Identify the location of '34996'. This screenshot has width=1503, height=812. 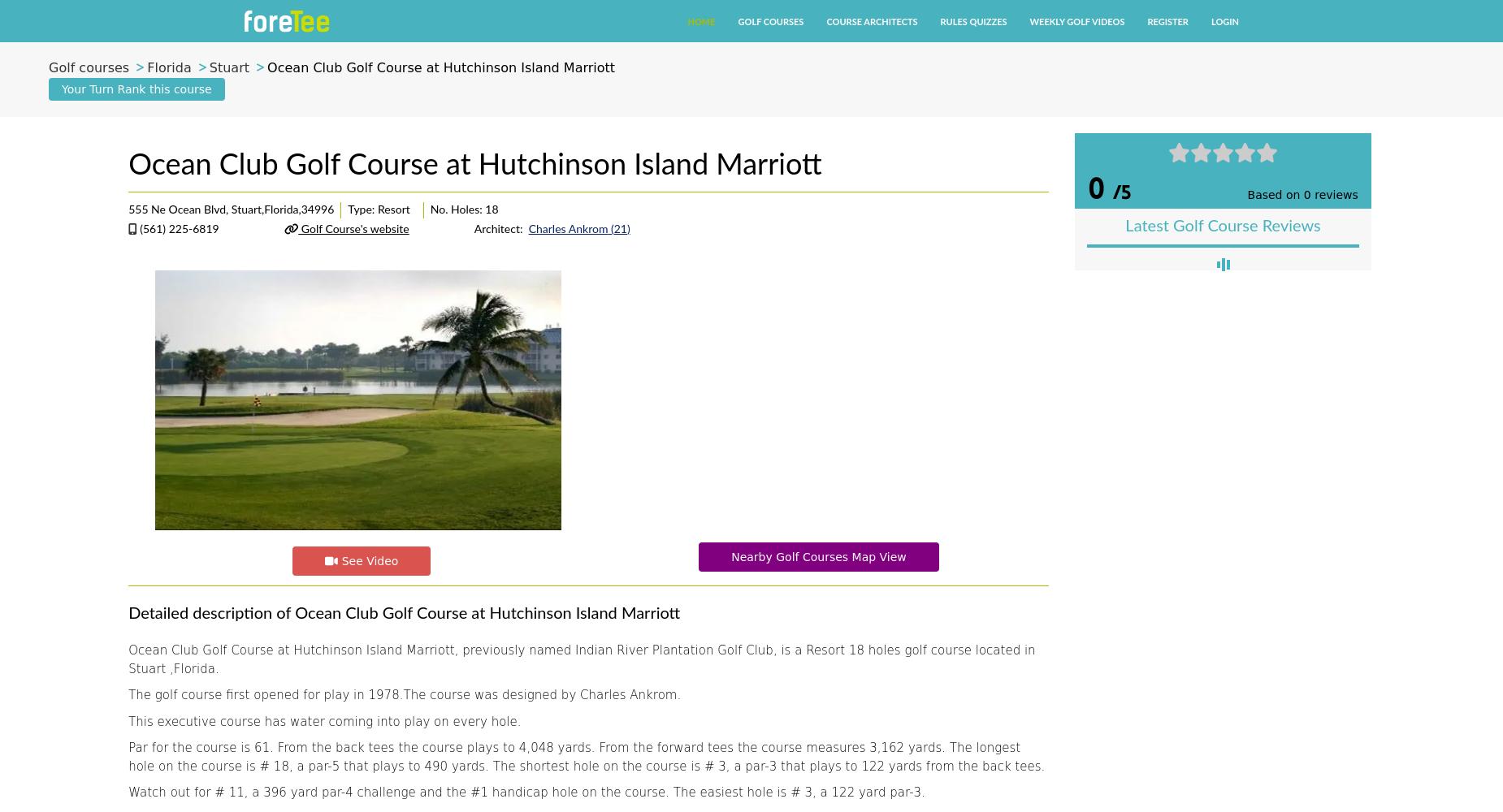
(316, 210).